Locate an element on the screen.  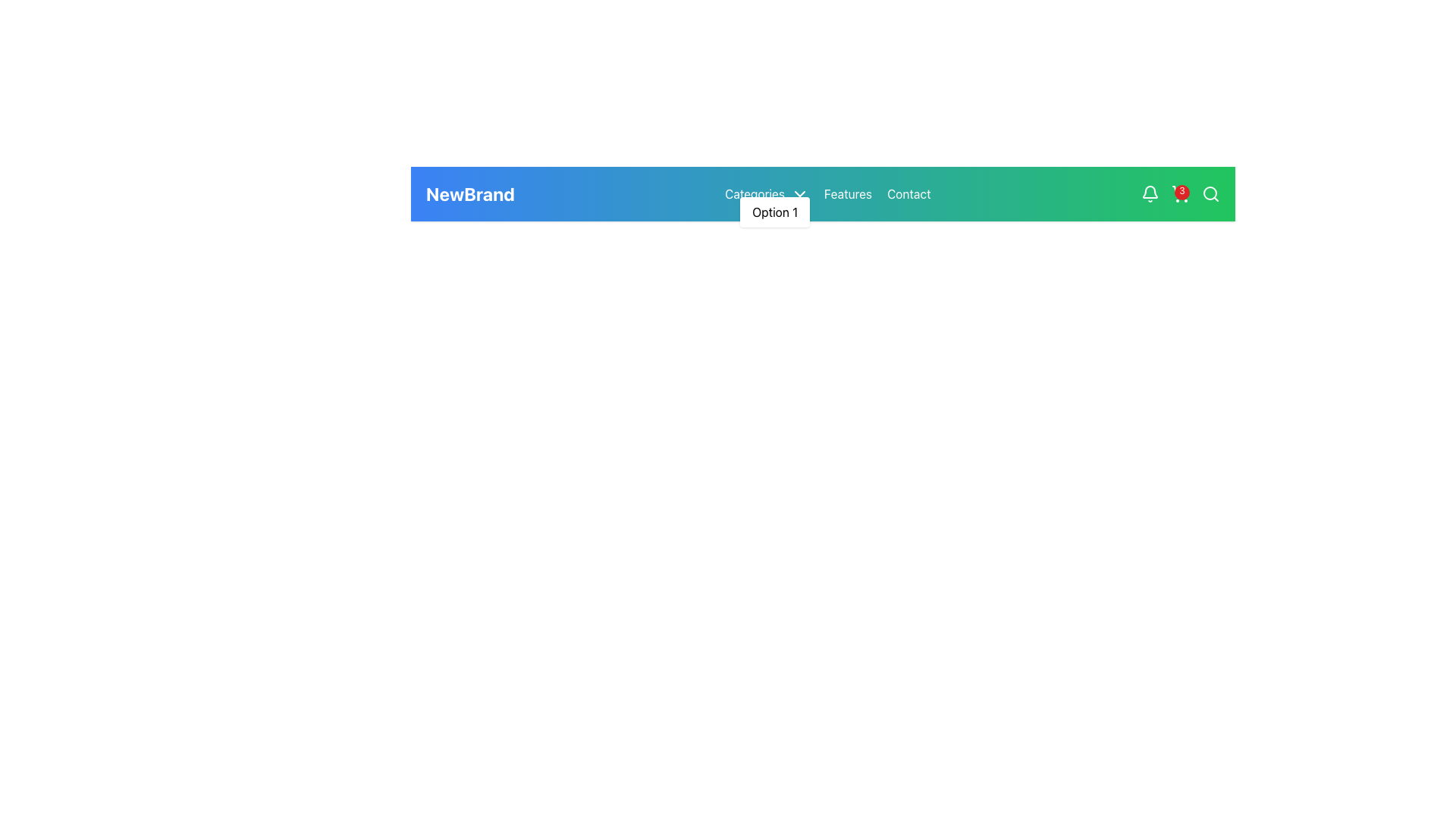
the 'Categories' dropdown trigger is located at coordinates (767, 193).